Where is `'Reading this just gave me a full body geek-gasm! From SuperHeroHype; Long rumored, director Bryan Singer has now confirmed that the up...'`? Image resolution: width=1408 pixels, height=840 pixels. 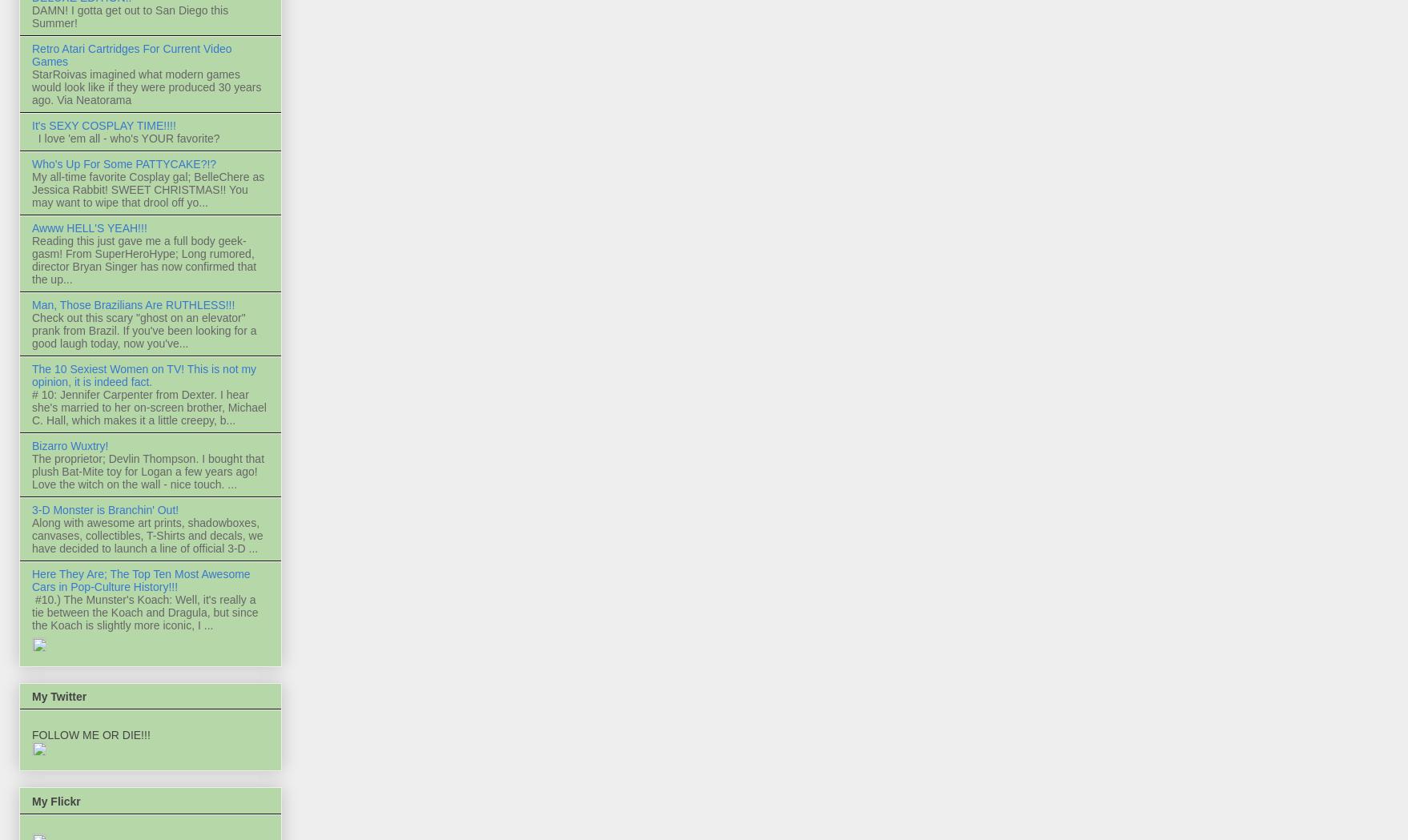
'Reading this just gave me a full body geek-gasm! From SuperHeroHype; Long rumored, director Bryan Singer has now confirmed that the up...' is located at coordinates (32, 259).